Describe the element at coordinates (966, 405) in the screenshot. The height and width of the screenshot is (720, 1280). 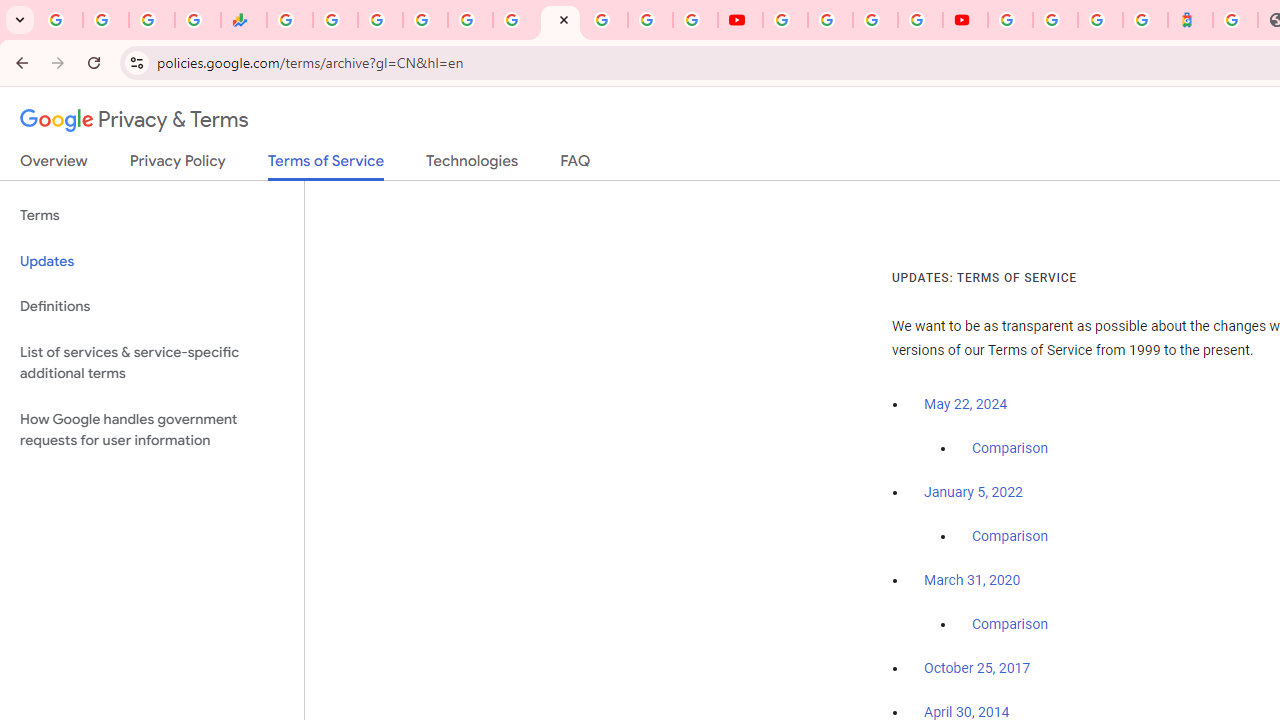
I see `'May 22, 2024'` at that location.